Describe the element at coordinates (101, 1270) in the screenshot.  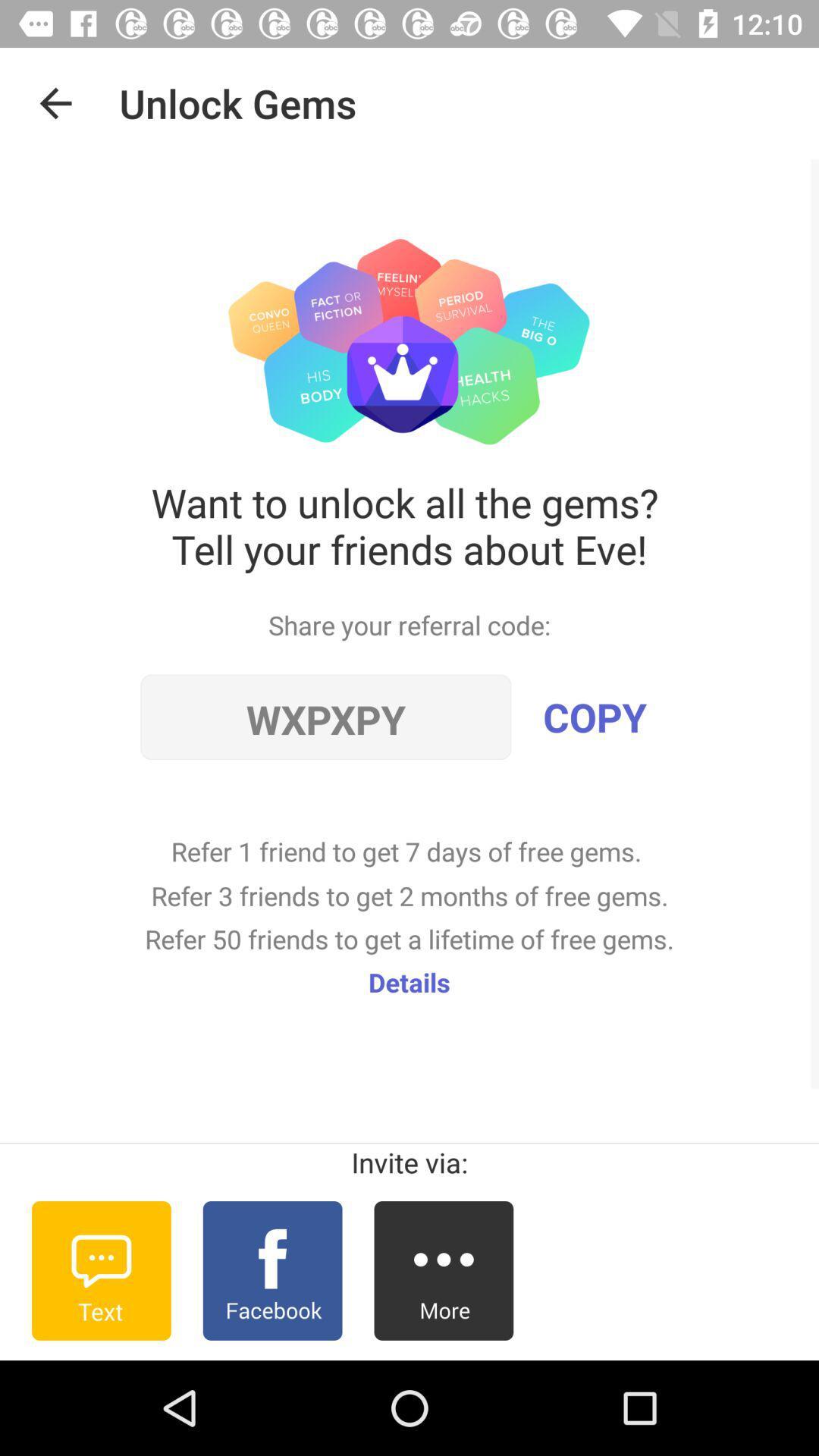
I see `invite via text message` at that location.